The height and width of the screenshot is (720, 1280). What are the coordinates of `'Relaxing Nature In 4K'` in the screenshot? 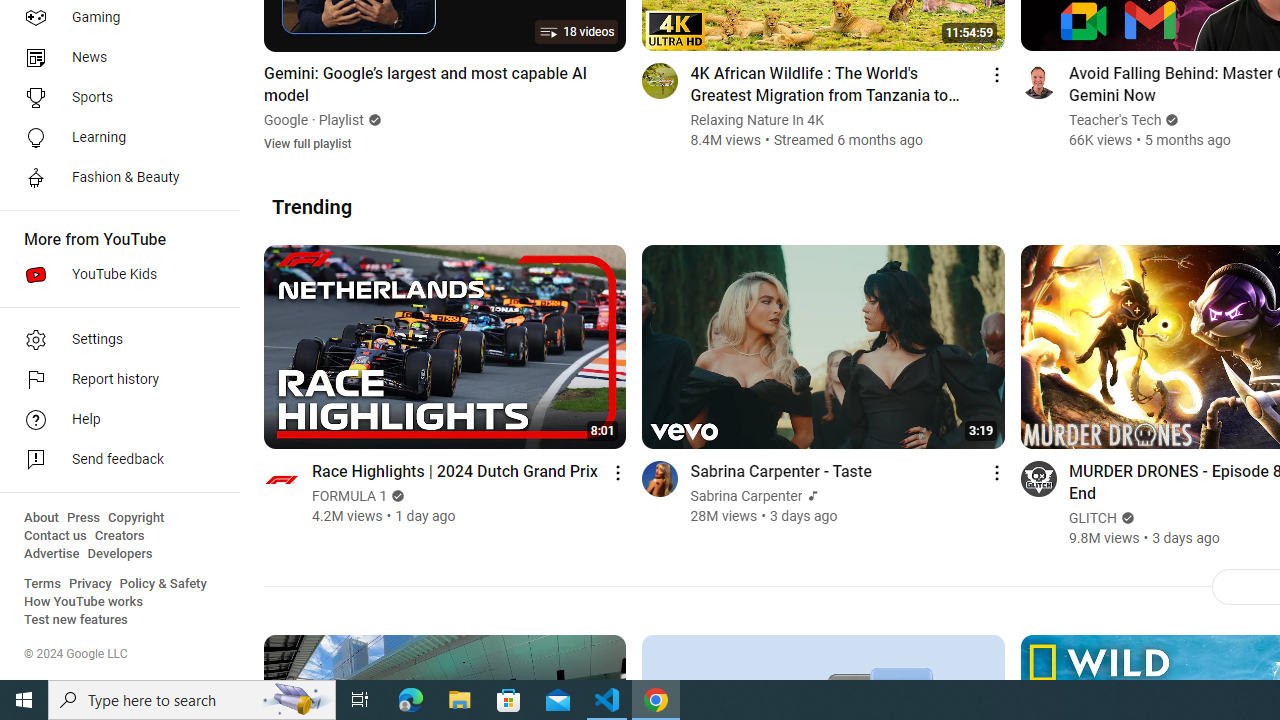 It's located at (756, 120).